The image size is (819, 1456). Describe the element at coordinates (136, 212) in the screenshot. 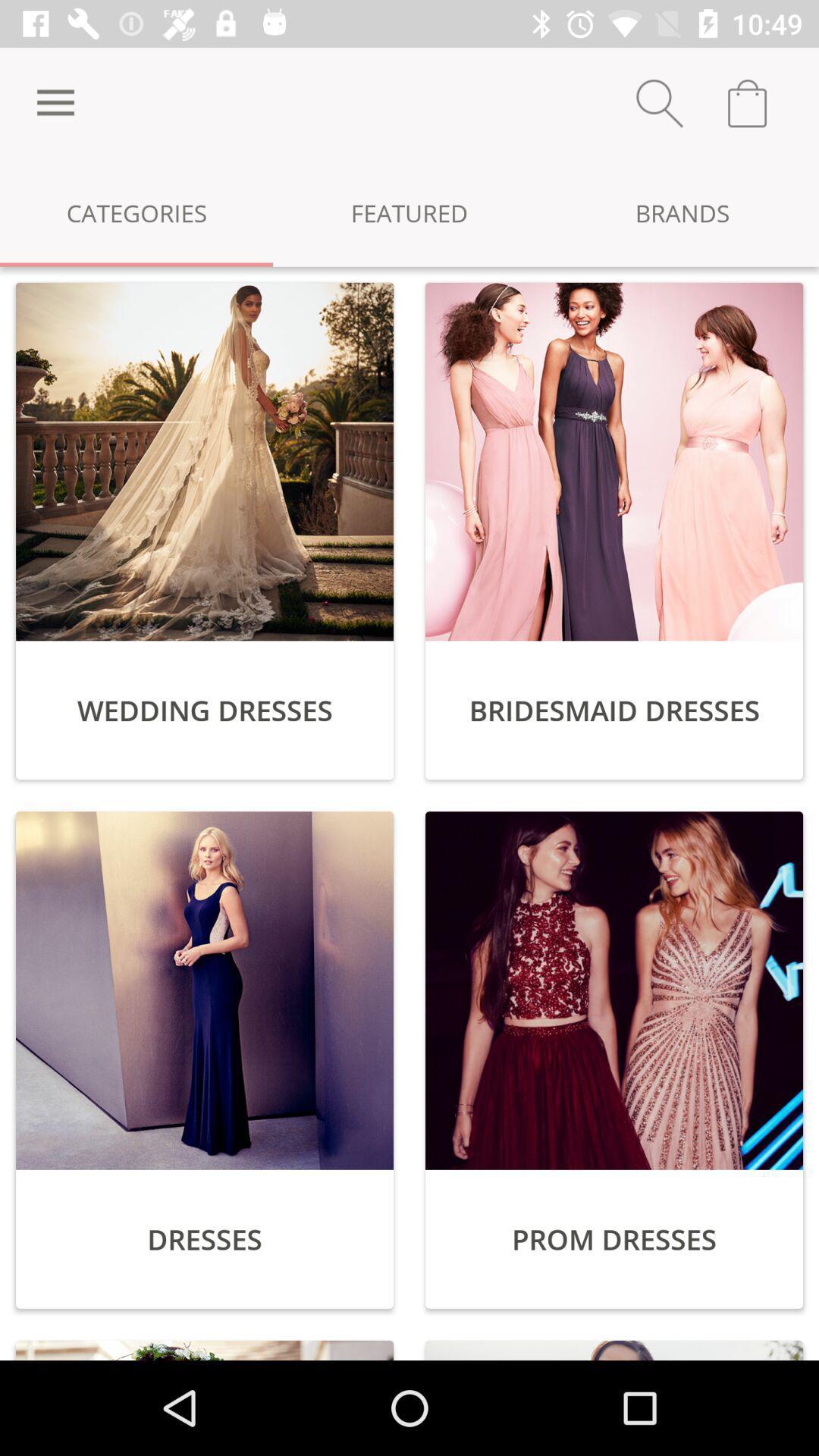

I see `categories icon` at that location.